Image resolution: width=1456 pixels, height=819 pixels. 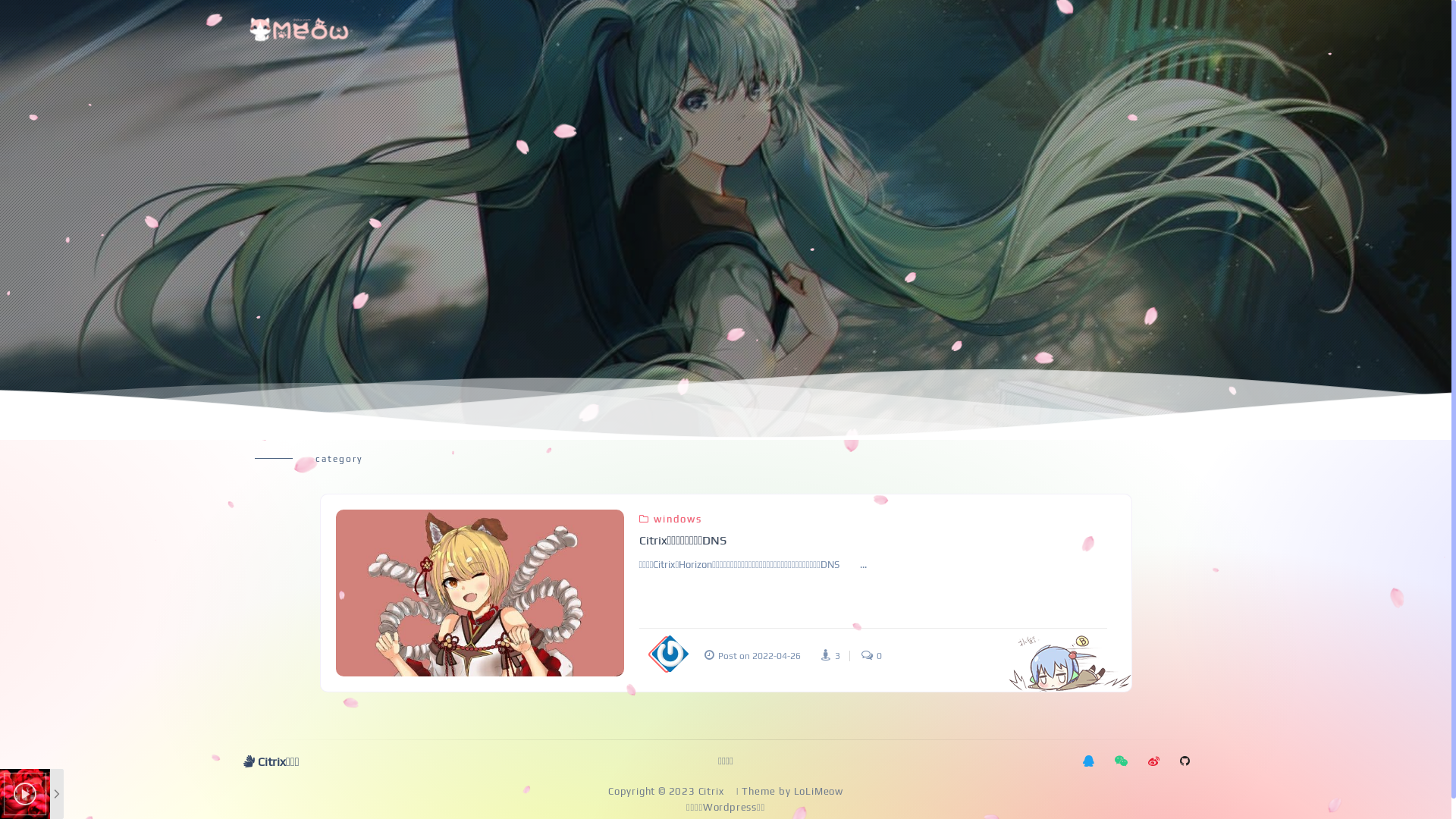 I want to click on 'windows', so click(x=638, y=518).